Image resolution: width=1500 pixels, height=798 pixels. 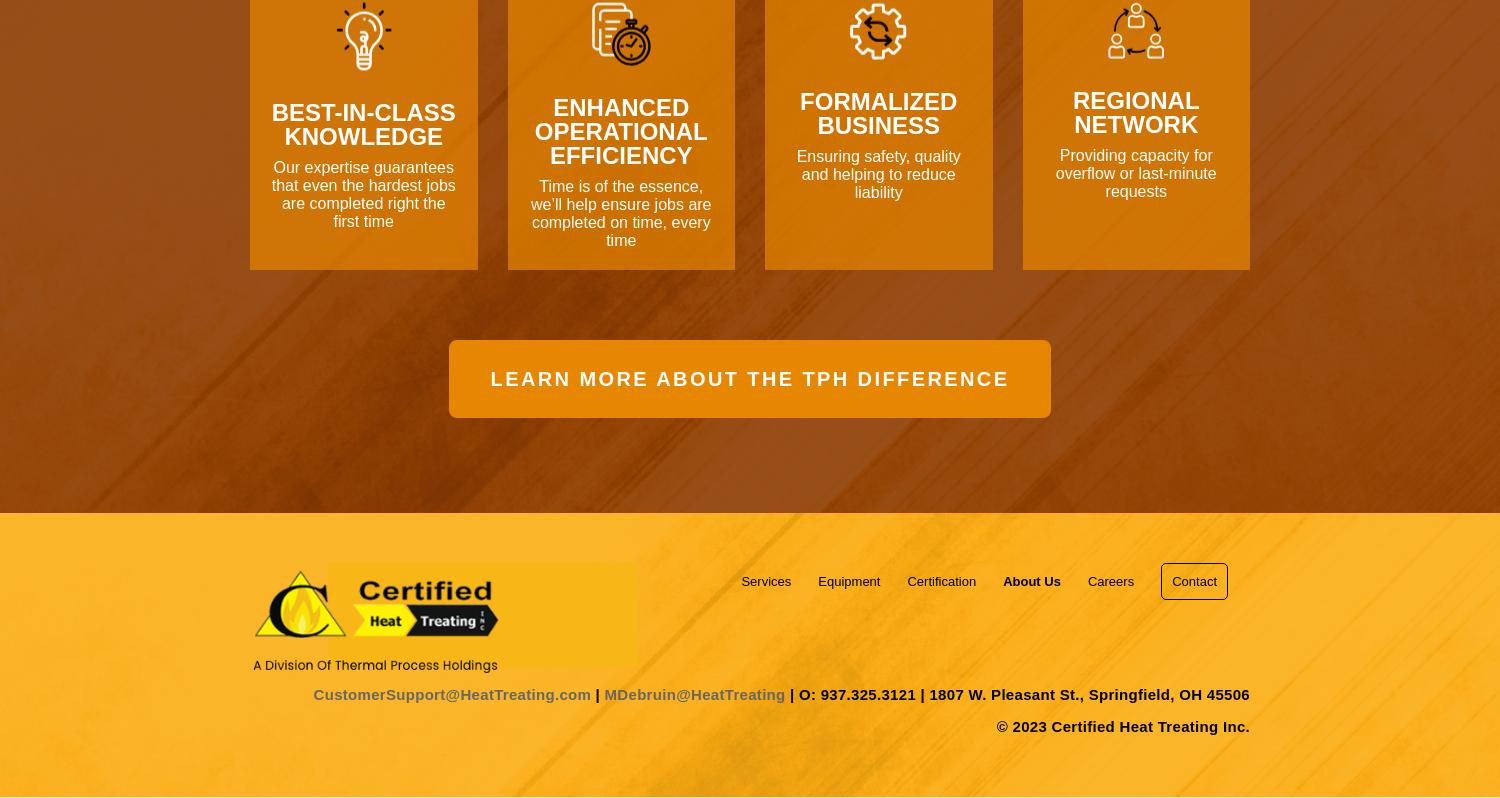 I want to click on 'Equipment', so click(x=847, y=580).